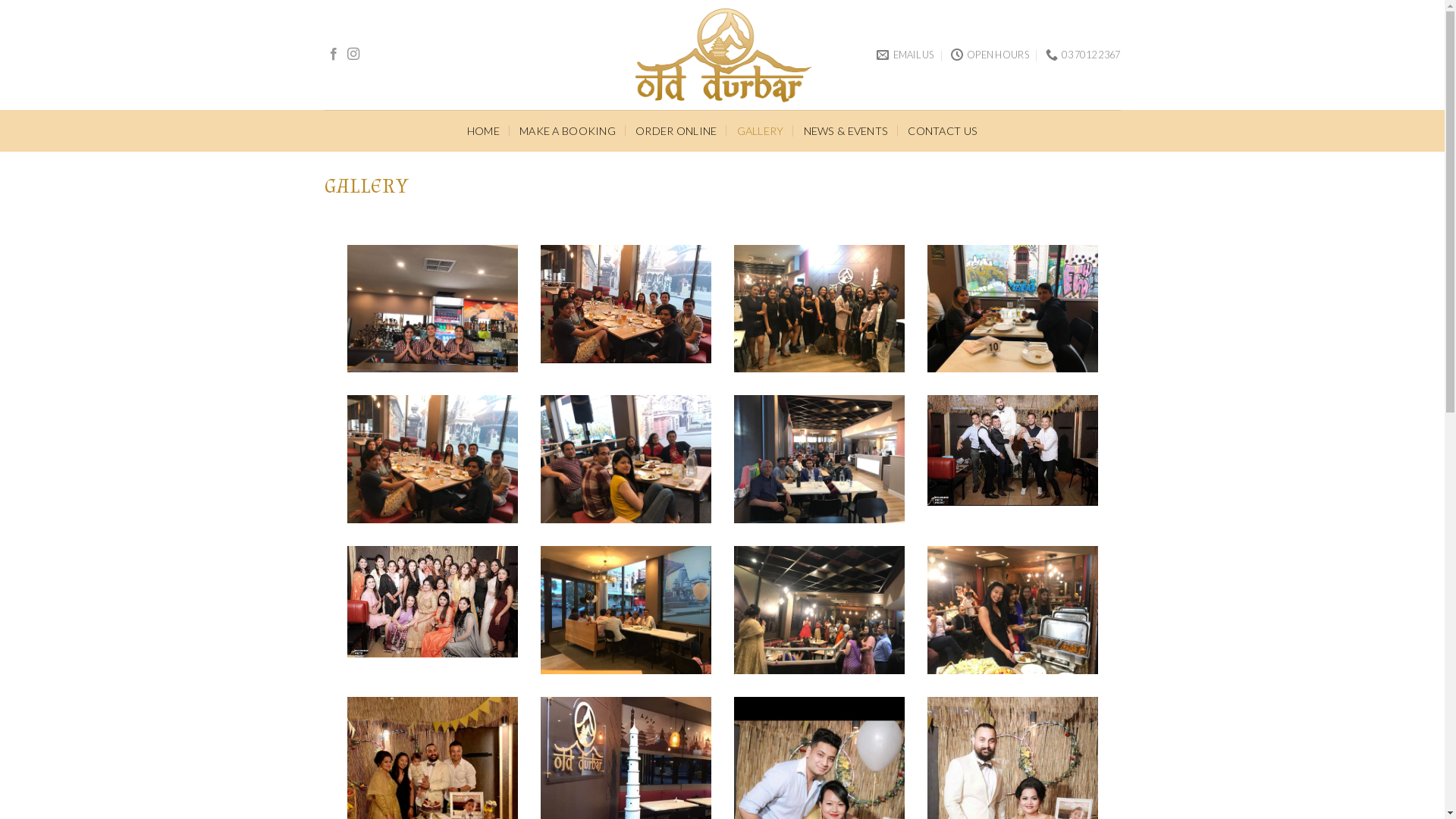 This screenshot has height=819, width=1456. I want to click on 'OPEN HOURS', so click(990, 54).